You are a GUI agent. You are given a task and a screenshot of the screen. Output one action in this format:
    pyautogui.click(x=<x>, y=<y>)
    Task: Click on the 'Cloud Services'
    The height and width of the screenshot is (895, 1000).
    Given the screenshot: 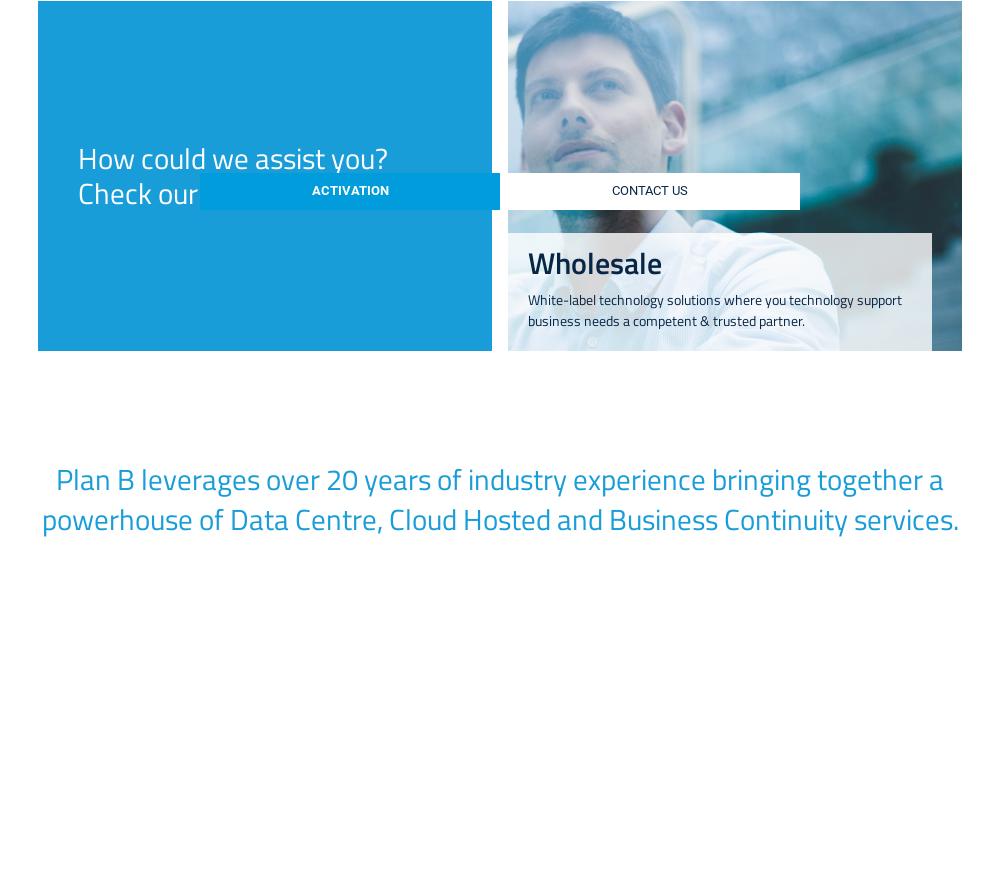 What is the action you would take?
    pyautogui.click(x=738, y=855)
    